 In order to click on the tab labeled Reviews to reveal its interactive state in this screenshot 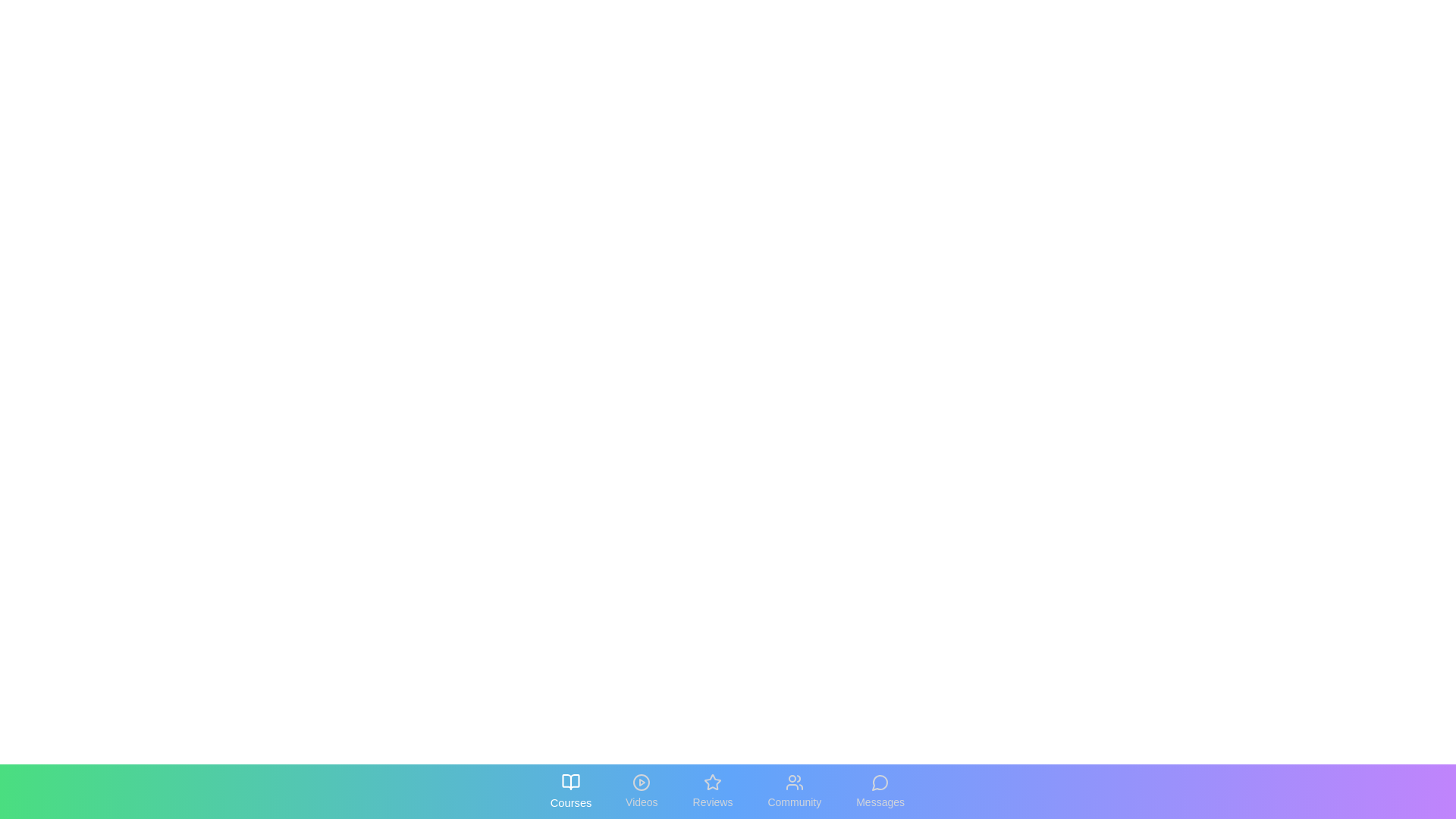, I will do `click(712, 791)`.